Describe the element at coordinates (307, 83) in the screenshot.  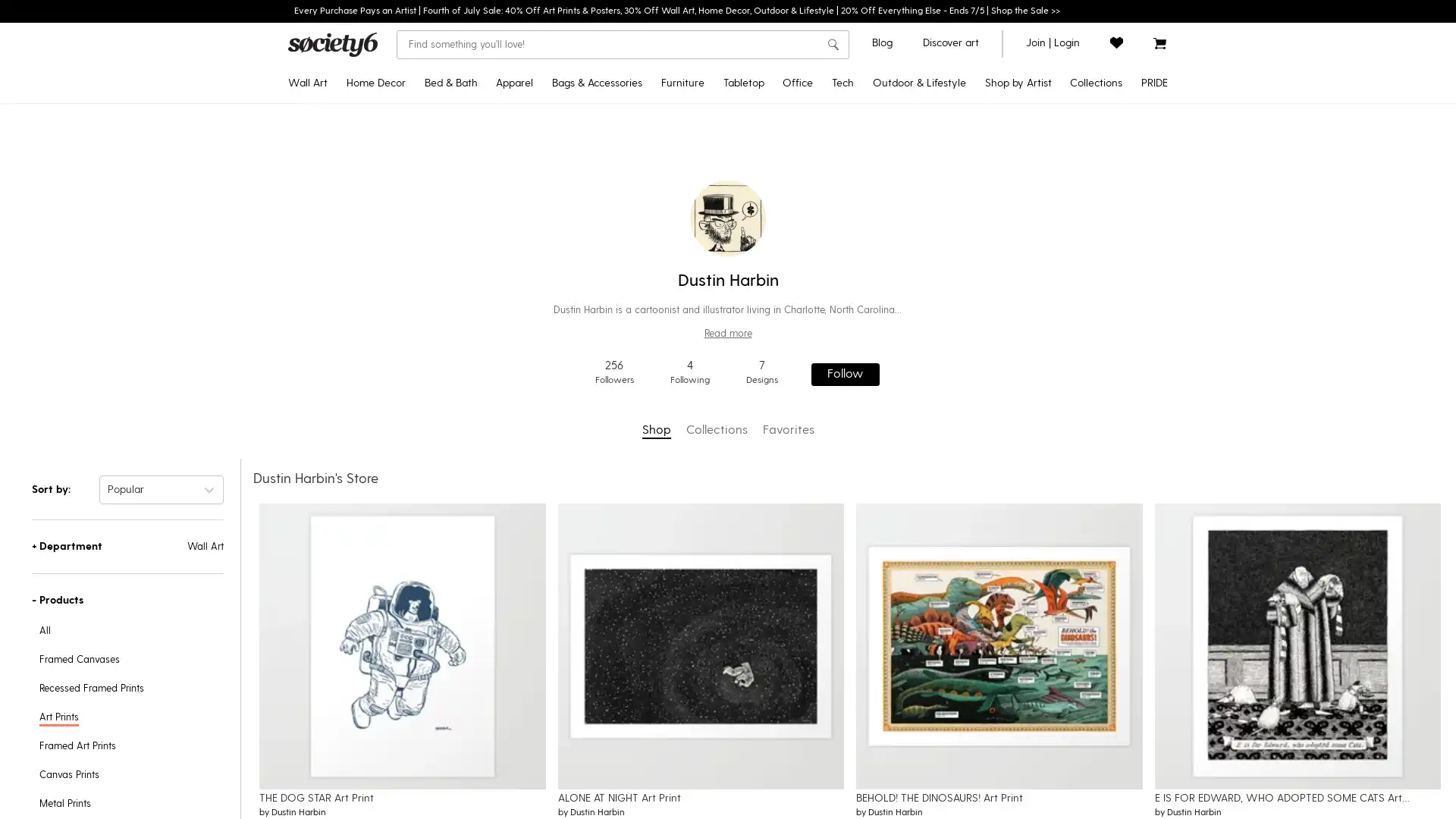
I see `Wall Art` at that location.